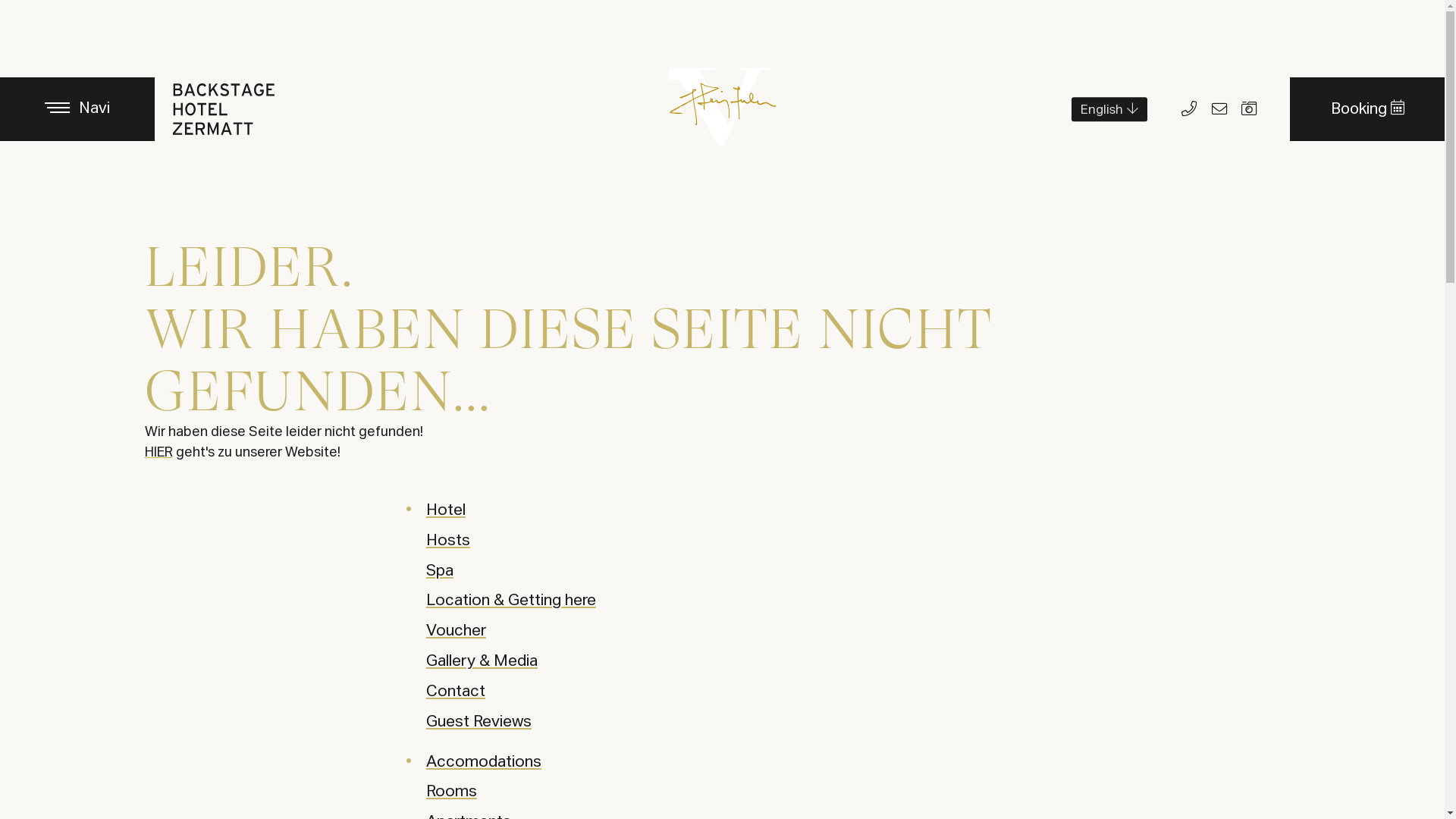 The height and width of the screenshot is (819, 1456). What do you see at coordinates (425, 510) in the screenshot?
I see `'Hotel'` at bounding box center [425, 510].